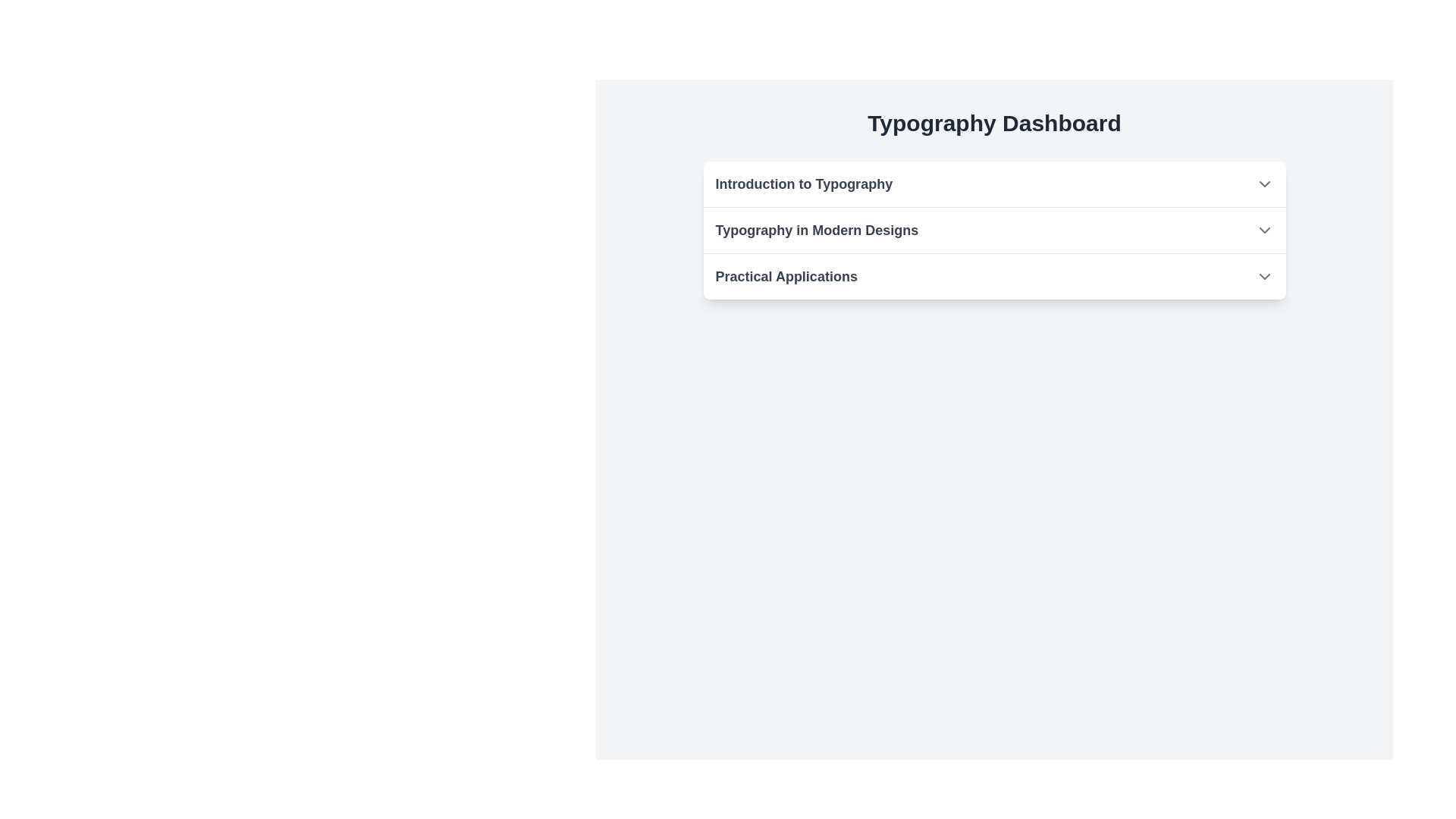 This screenshot has height=819, width=1456. What do you see at coordinates (1264, 231) in the screenshot?
I see `the Chevron icon located to the right of the 'Typography in Modern Designs' text` at bounding box center [1264, 231].